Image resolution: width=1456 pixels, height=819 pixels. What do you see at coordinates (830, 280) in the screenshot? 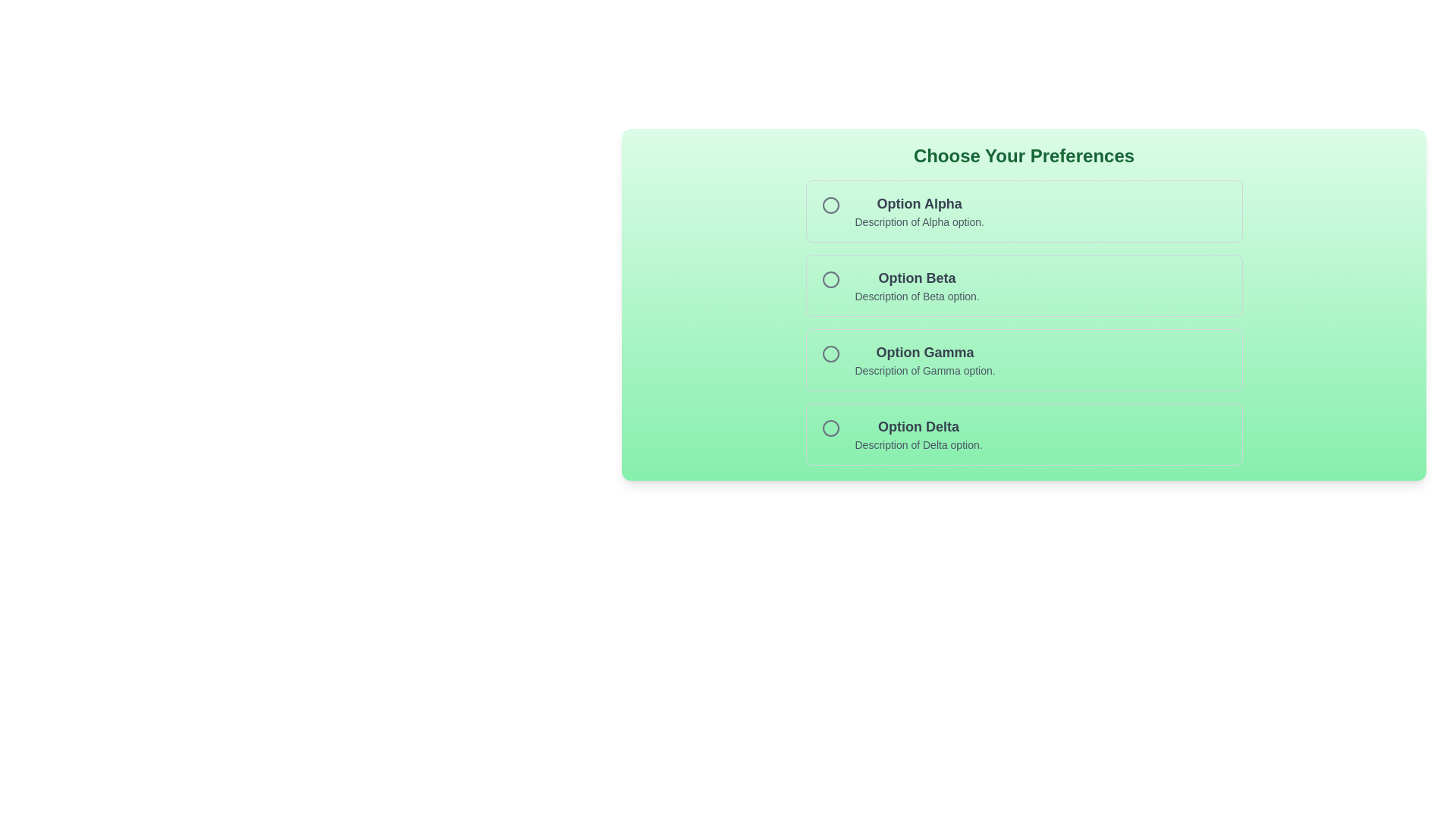
I see `the second radio button in the vertical list, positioned to the left of the text 'Option Beta' and 'Description of Beta option'` at bounding box center [830, 280].